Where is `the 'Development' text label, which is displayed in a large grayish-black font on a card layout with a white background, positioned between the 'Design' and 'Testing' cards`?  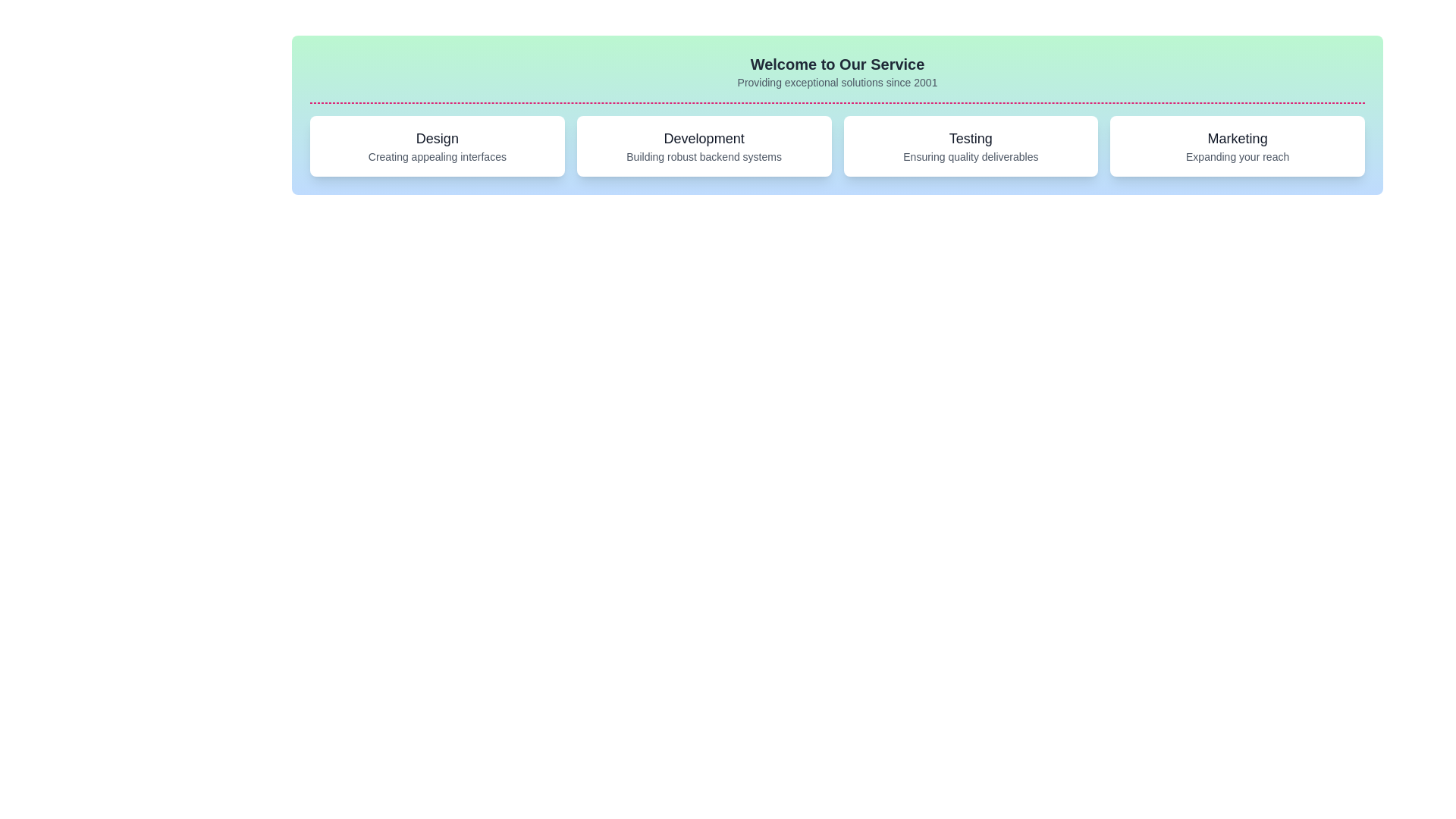
the 'Development' text label, which is displayed in a large grayish-black font on a card layout with a white background, positioned between the 'Design' and 'Testing' cards is located at coordinates (703, 138).